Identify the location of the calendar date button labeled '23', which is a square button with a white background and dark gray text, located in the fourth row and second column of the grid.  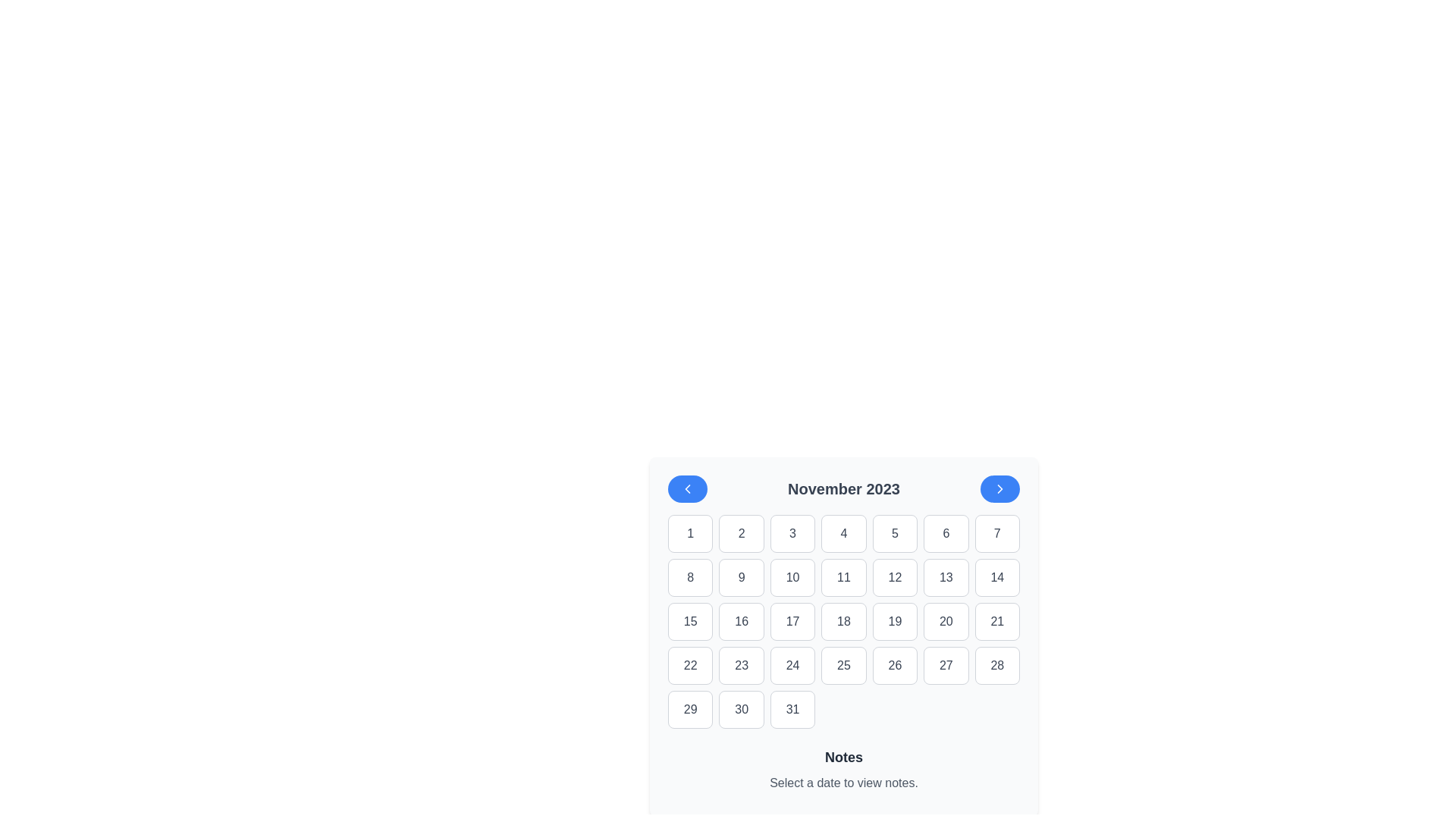
(742, 665).